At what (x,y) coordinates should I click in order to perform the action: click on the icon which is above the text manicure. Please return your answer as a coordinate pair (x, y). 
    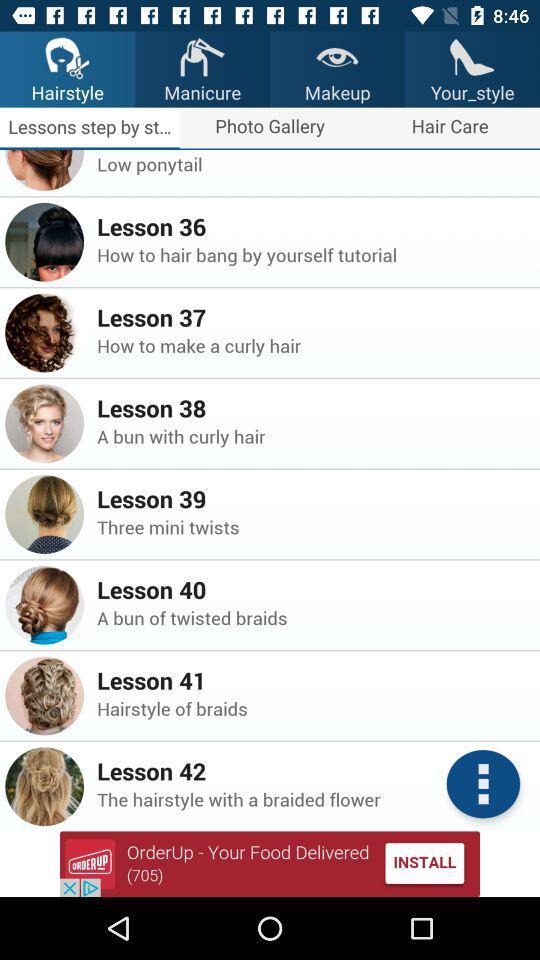
    Looking at the image, I should click on (202, 56).